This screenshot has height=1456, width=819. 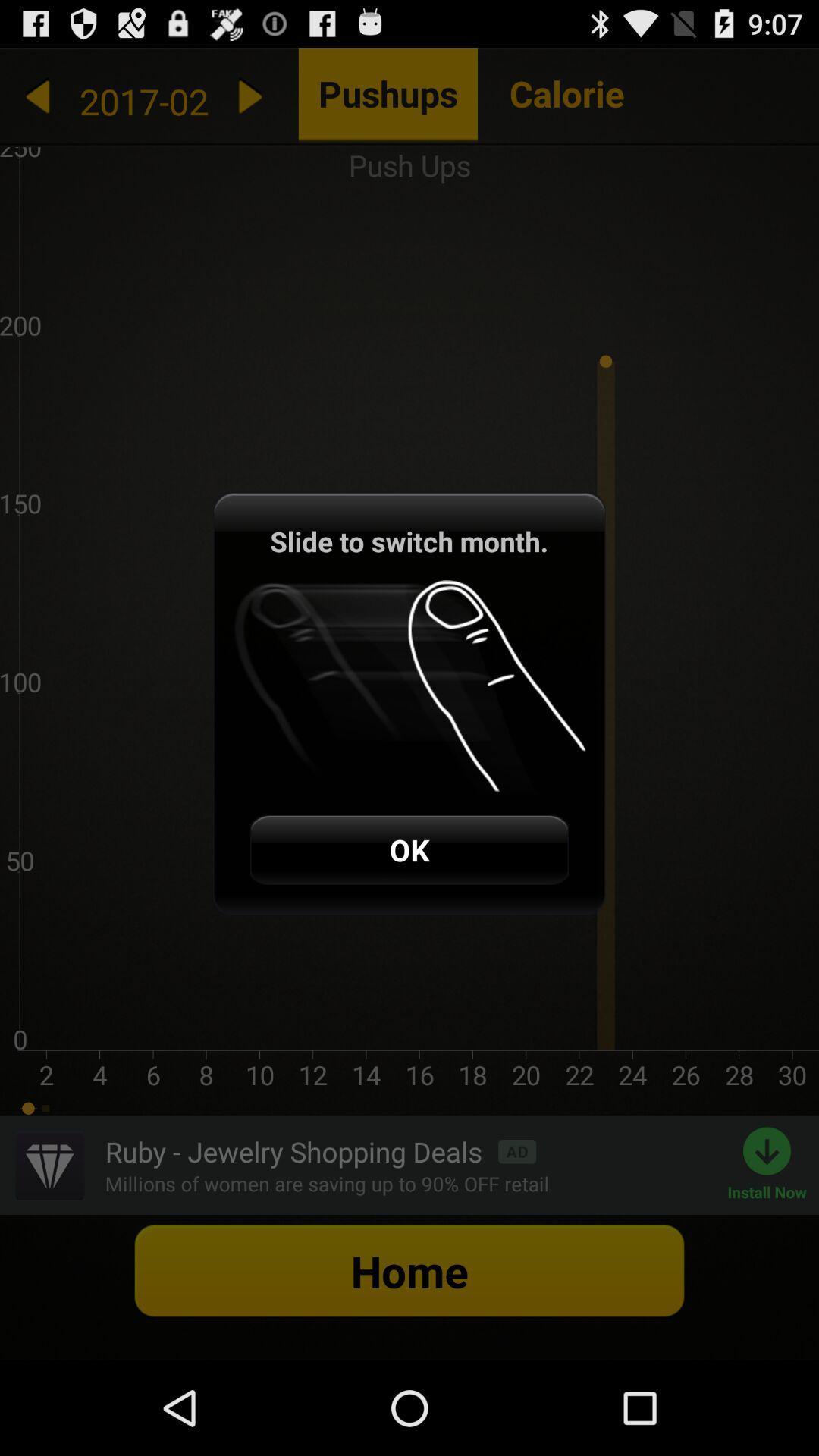 I want to click on ok icon, so click(x=409, y=849).